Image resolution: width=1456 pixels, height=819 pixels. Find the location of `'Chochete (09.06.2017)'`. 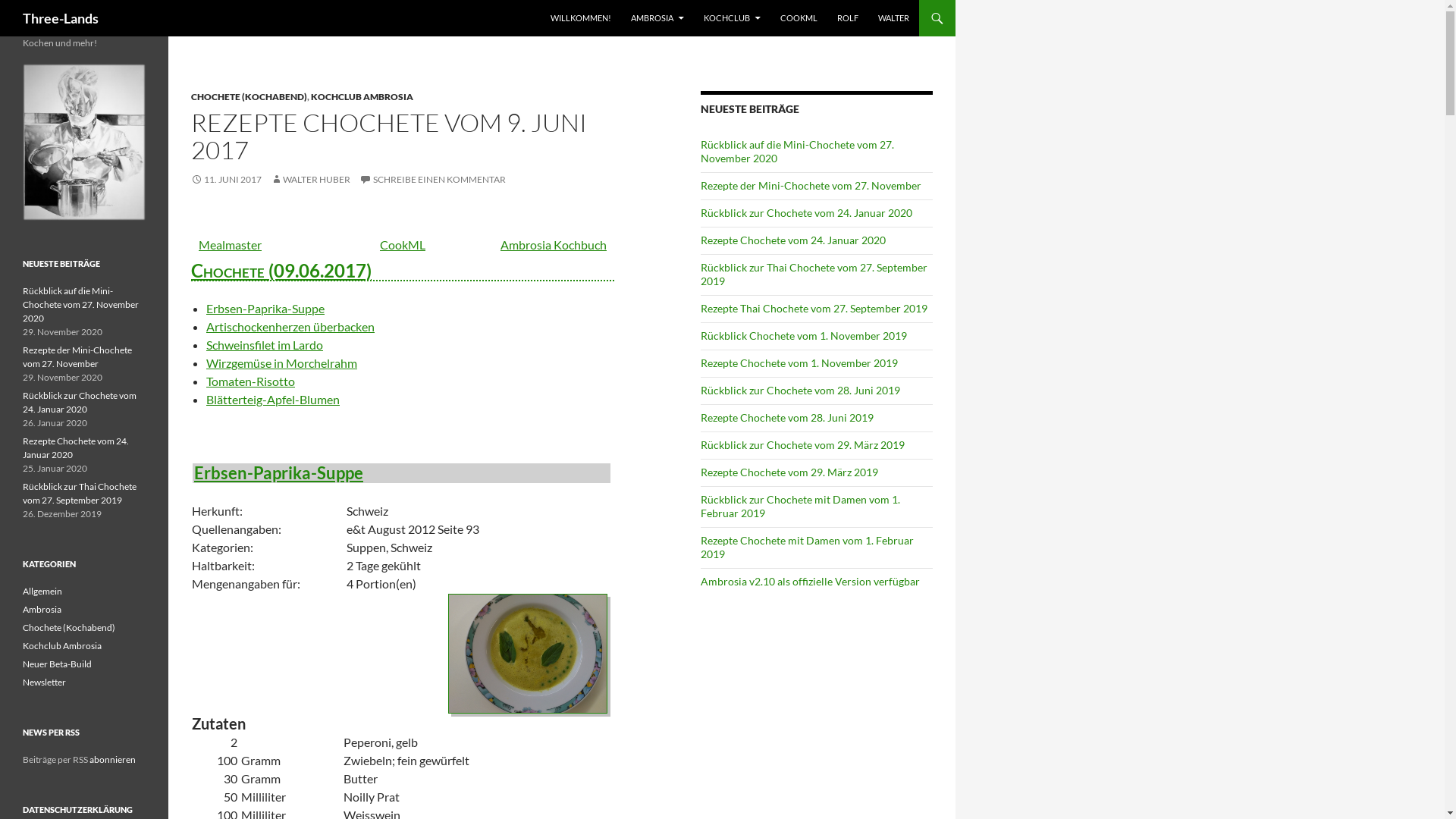

'Chochete (09.06.2017)' is located at coordinates (190, 253).